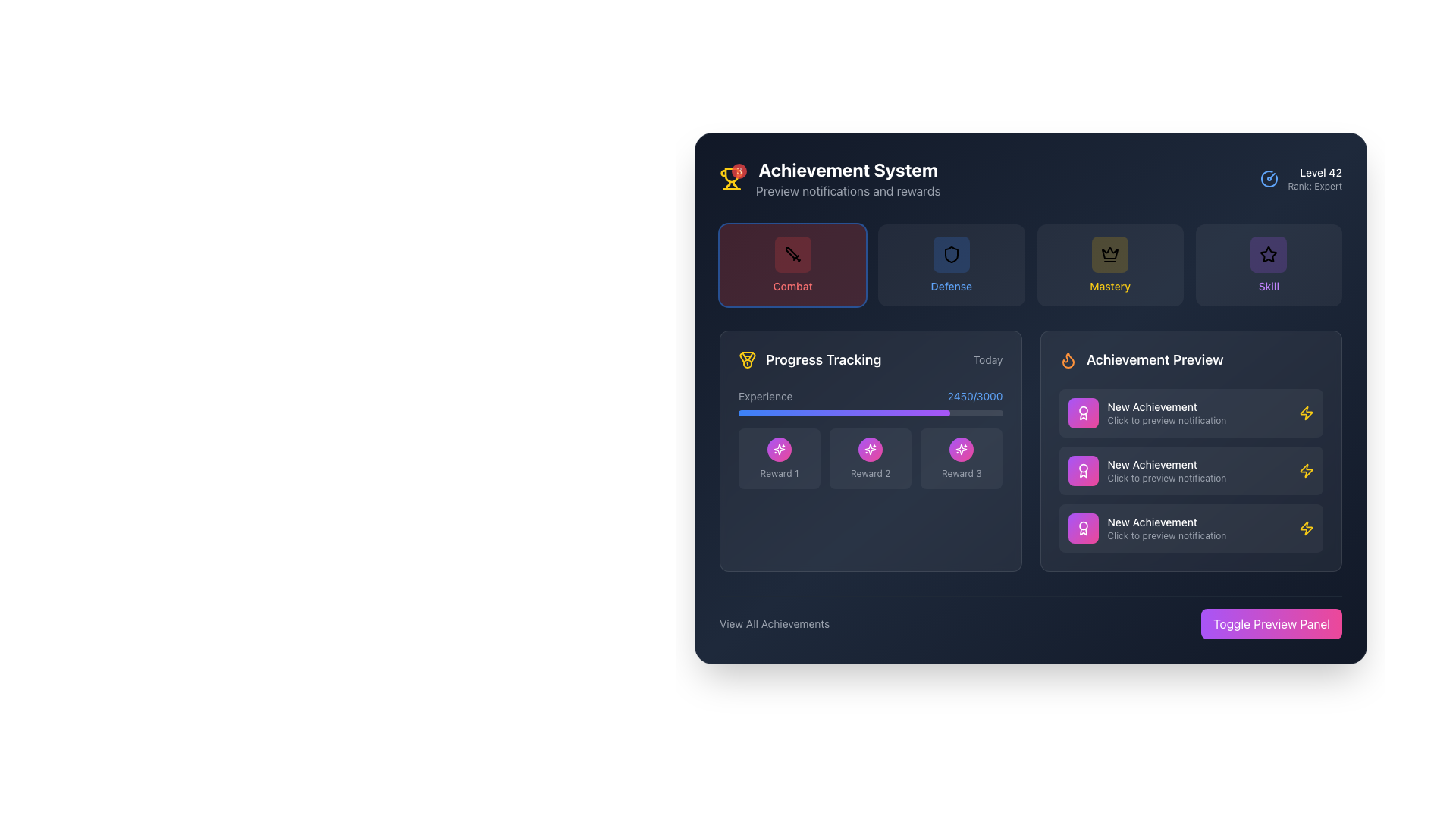 This screenshot has height=819, width=1456. I want to click on the text label element displaying 'Preview notifications and rewards' that is located beneath the 'Achievement System' title, so click(847, 190).